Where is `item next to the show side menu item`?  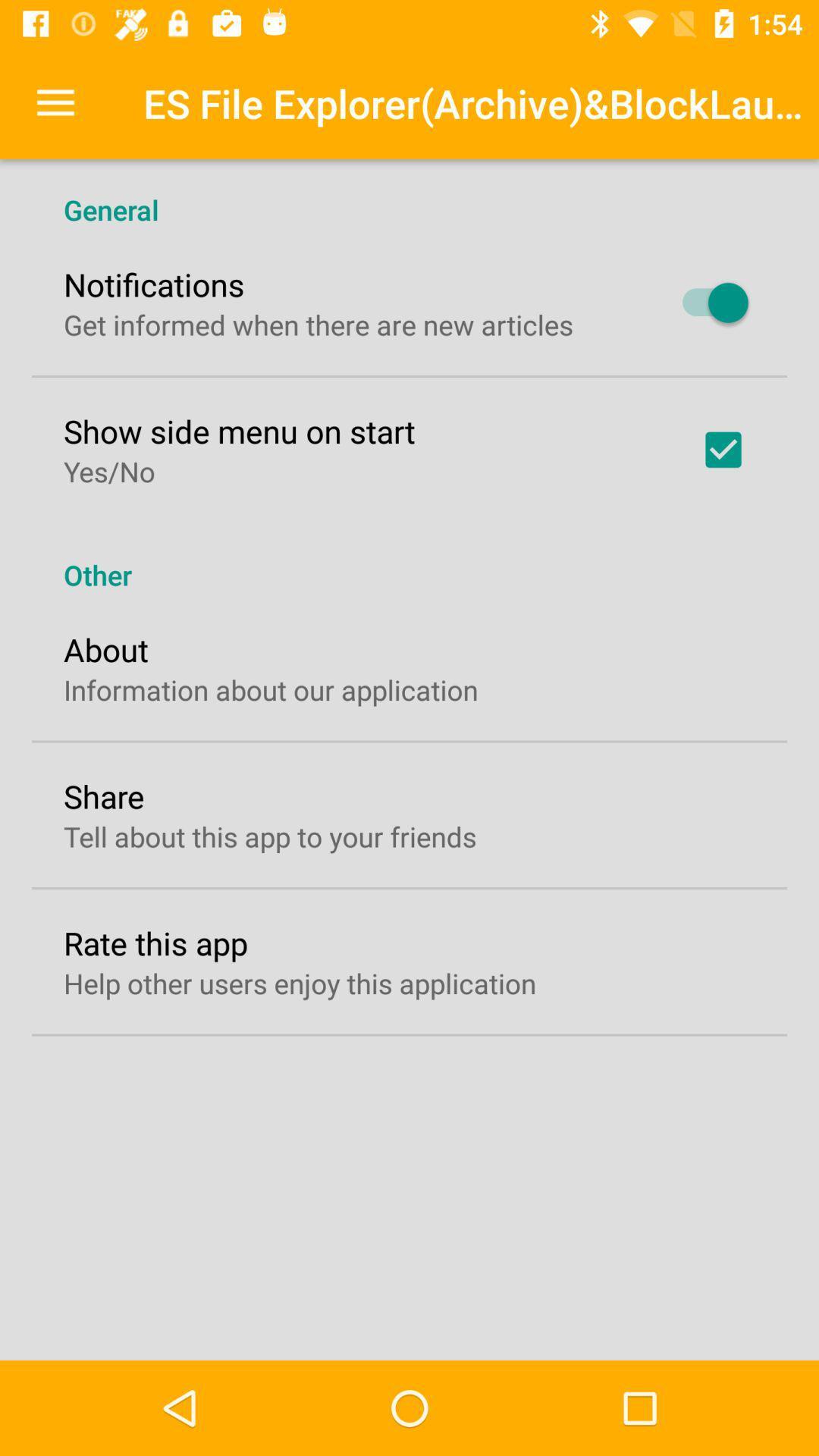
item next to the show side menu item is located at coordinates (722, 449).